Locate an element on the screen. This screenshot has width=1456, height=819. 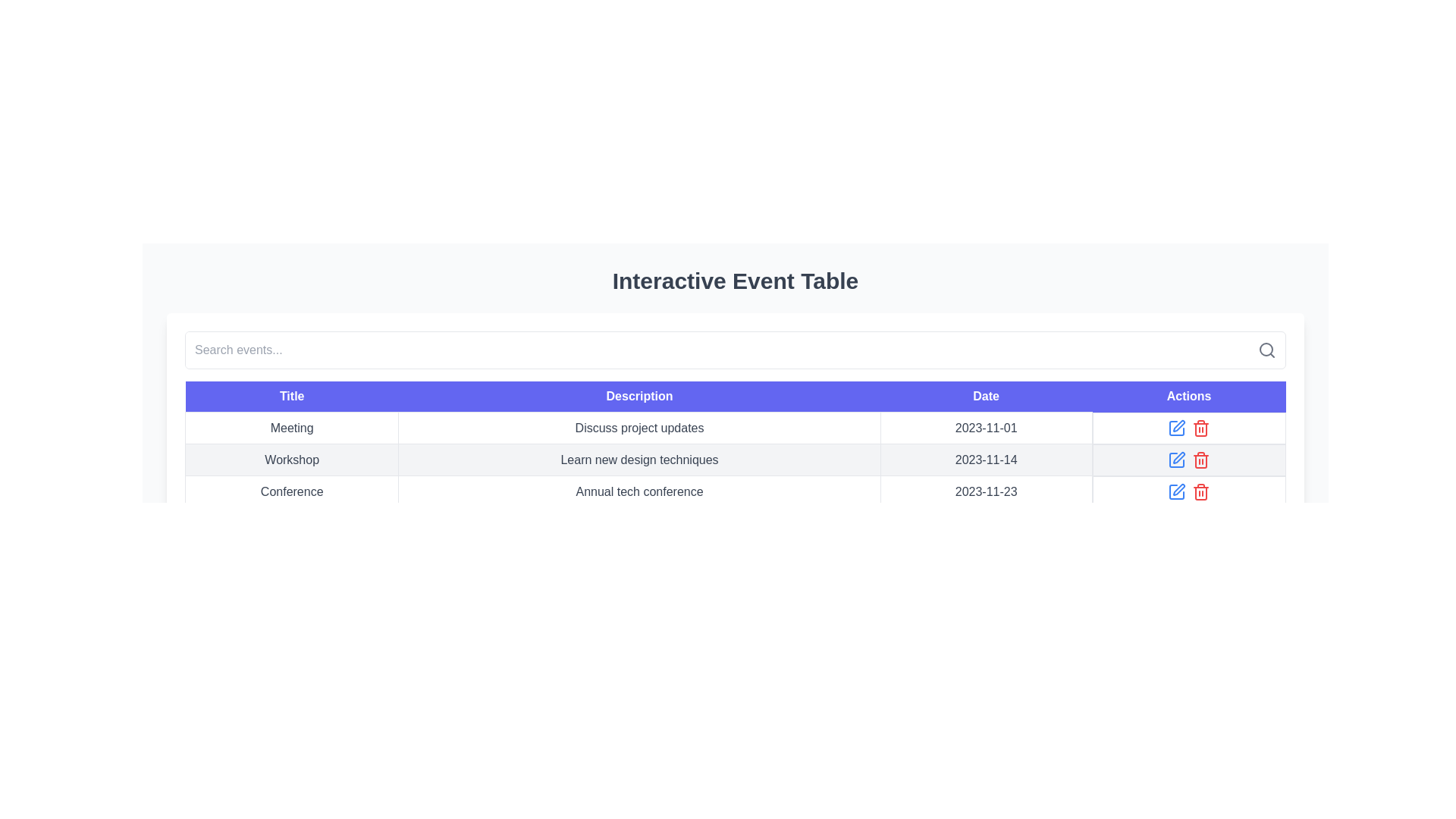
the table header cell displaying the text 'Date' with a blue background, located at the third position in the header section of the table is located at coordinates (986, 396).